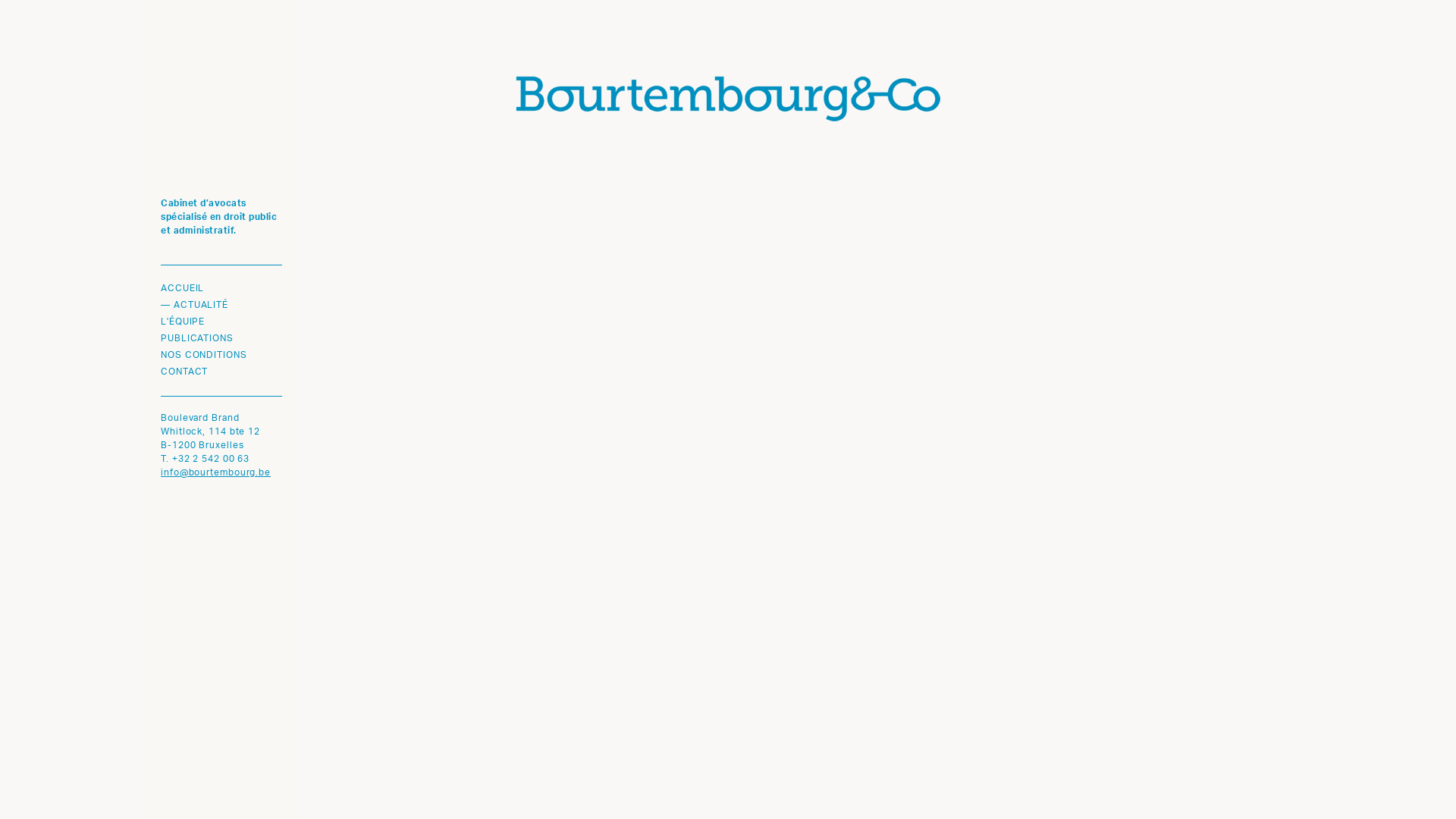  Describe the element at coordinates (221, 289) in the screenshot. I see `'ACCUEIL'` at that location.